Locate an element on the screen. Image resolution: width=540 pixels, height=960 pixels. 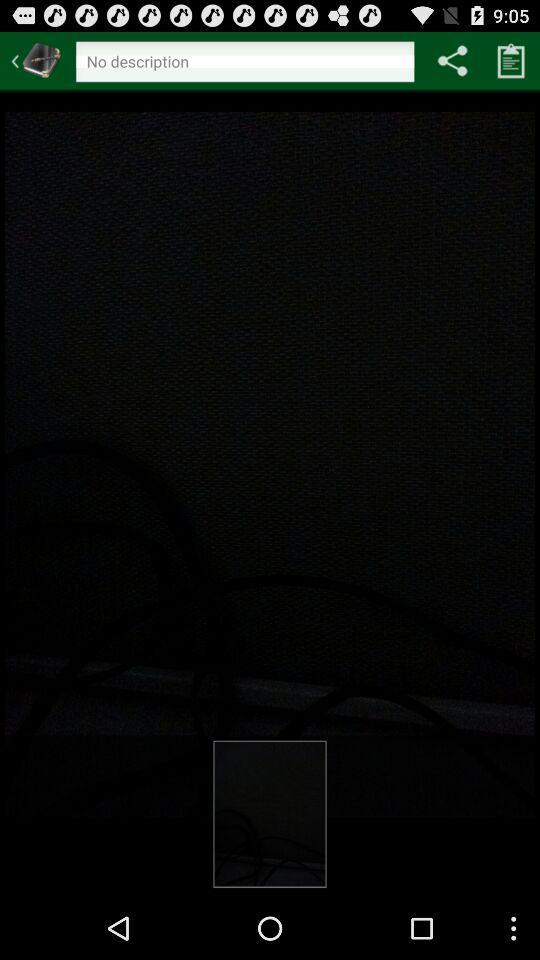
share is located at coordinates (452, 59).